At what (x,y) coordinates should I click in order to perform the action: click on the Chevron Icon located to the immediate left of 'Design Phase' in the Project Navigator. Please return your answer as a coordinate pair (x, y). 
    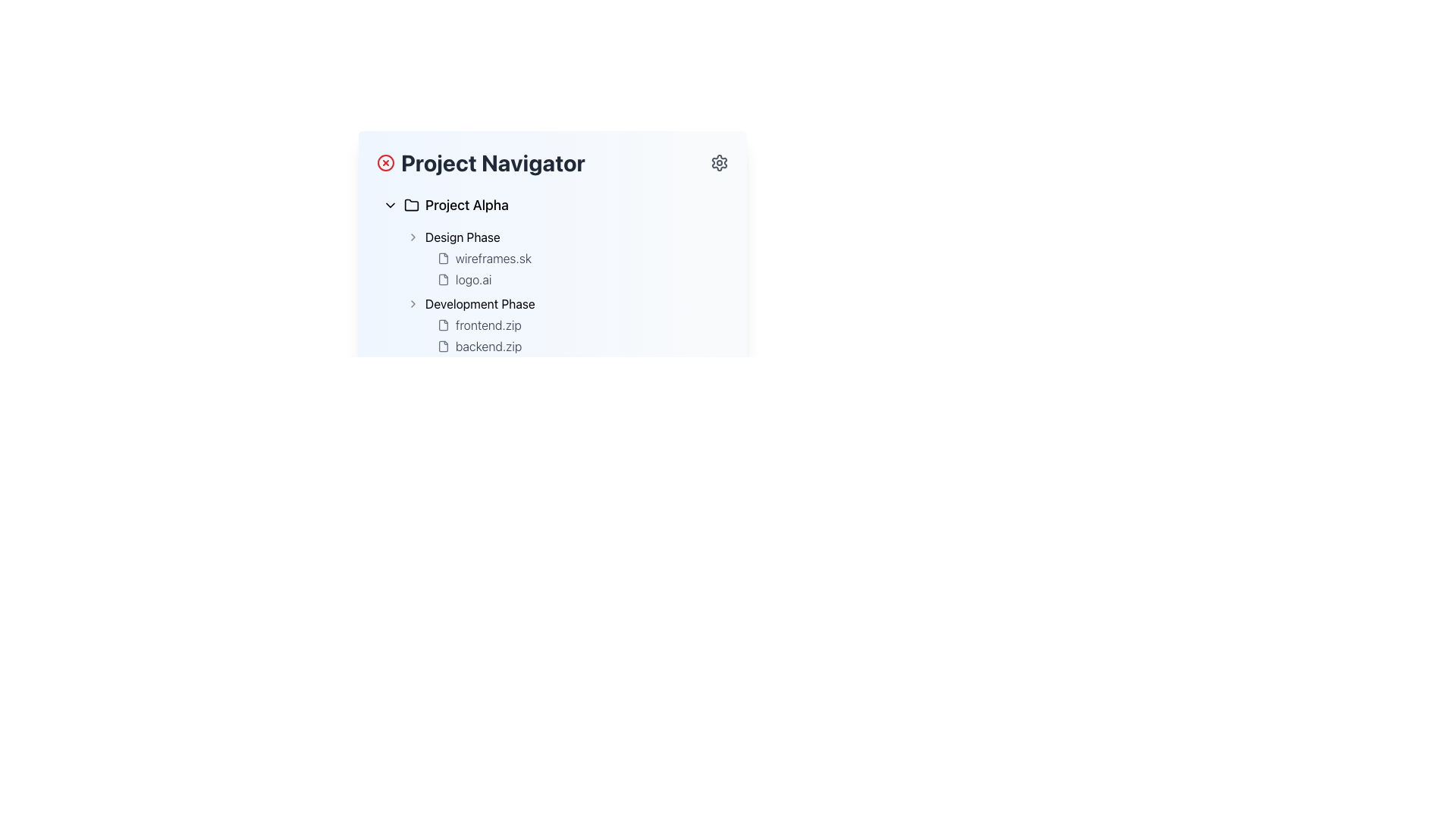
    Looking at the image, I should click on (413, 237).